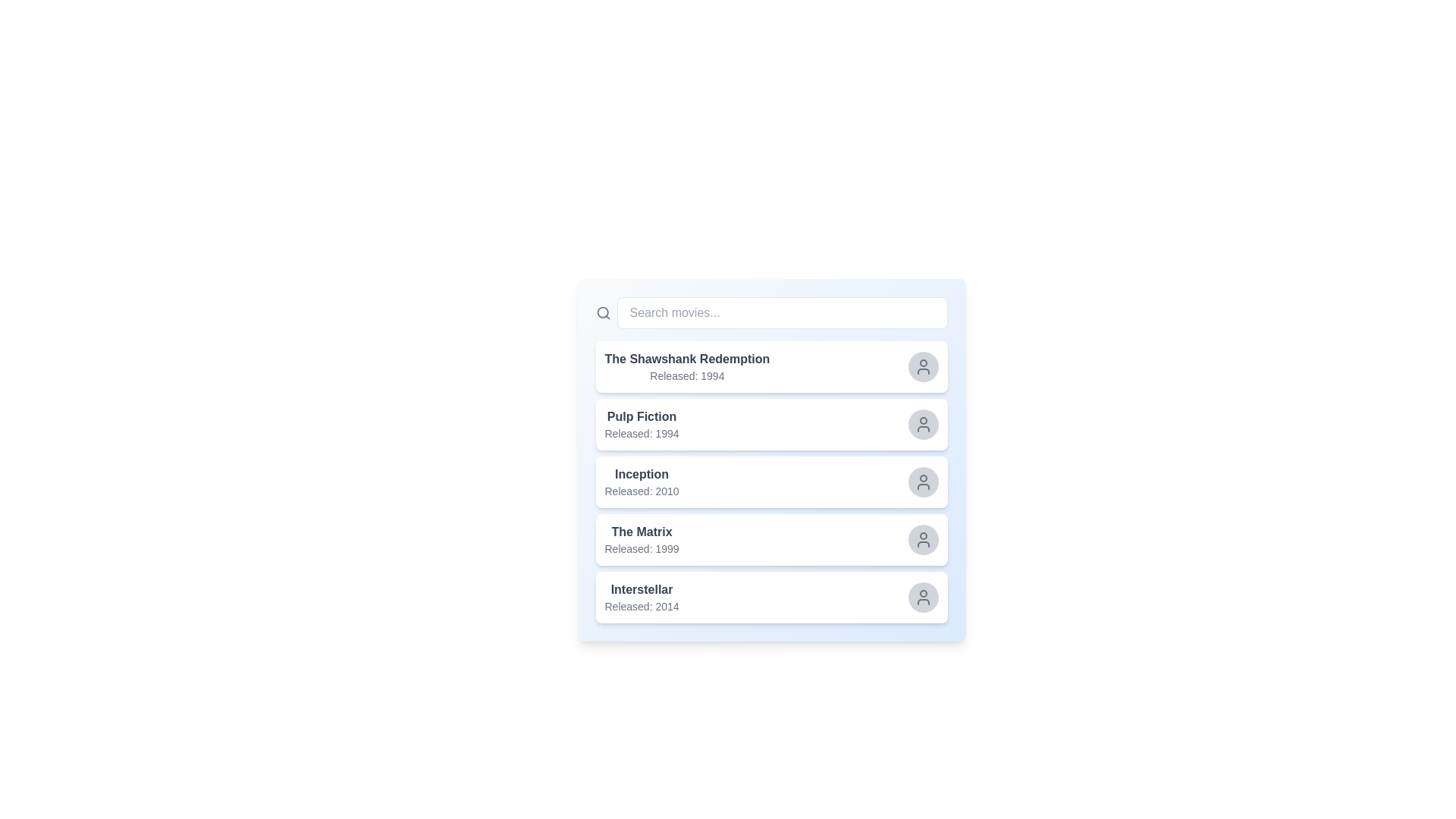 Image resolution: width=1456 pixels, height=819 pixels. Describe the element at coordinates (642, 482) in the screenshot. I see `text content of the label displaying the title 'Inception' and its release year '2010', which is located in the third card of a vertical layout, positioned below 'Pulp Fiction' and above 'The Matrix'` at that location.